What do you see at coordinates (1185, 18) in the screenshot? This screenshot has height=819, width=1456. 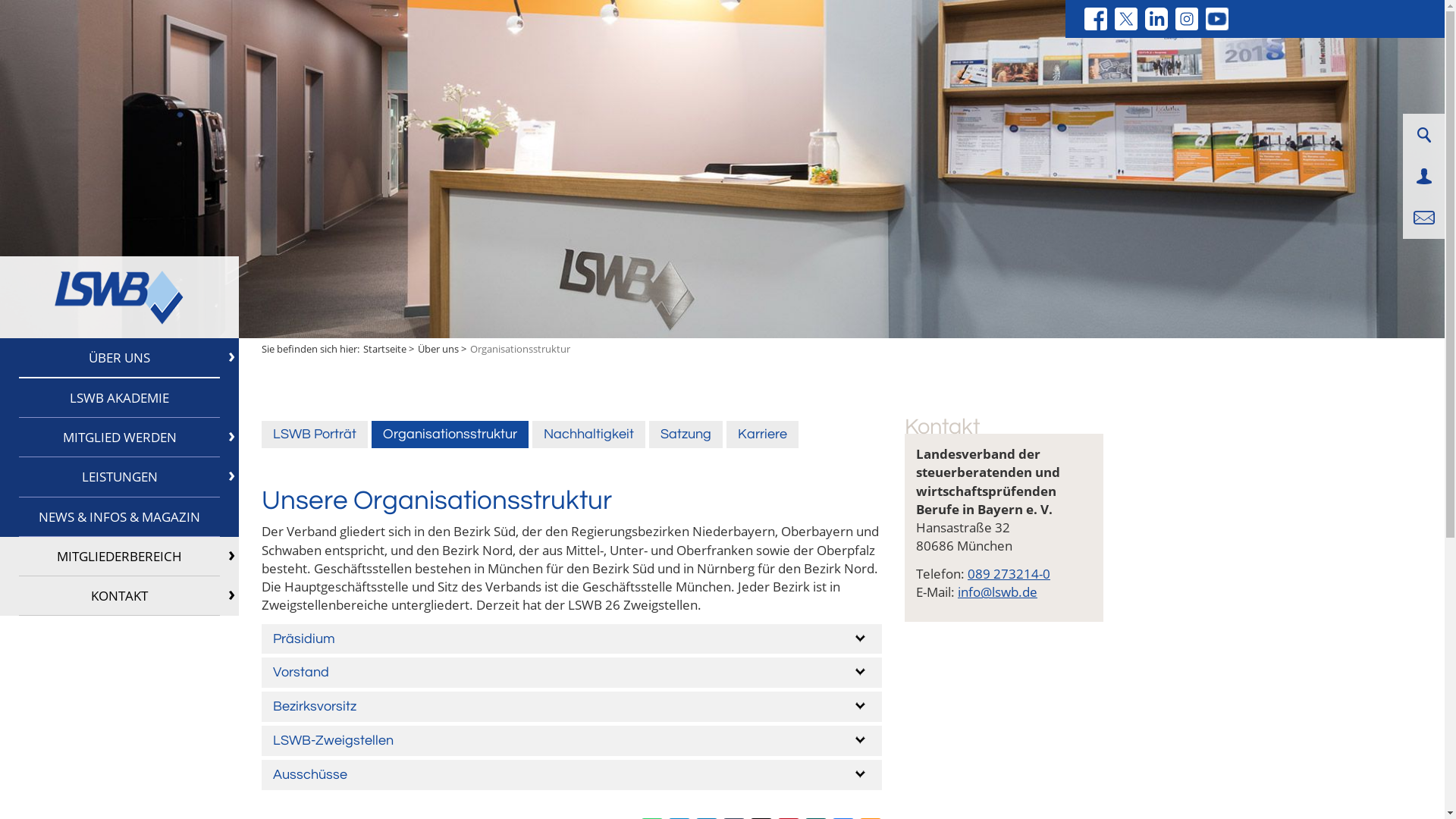 I see `'LSWB bei Instagram'` at bounding box center [1185, 18].